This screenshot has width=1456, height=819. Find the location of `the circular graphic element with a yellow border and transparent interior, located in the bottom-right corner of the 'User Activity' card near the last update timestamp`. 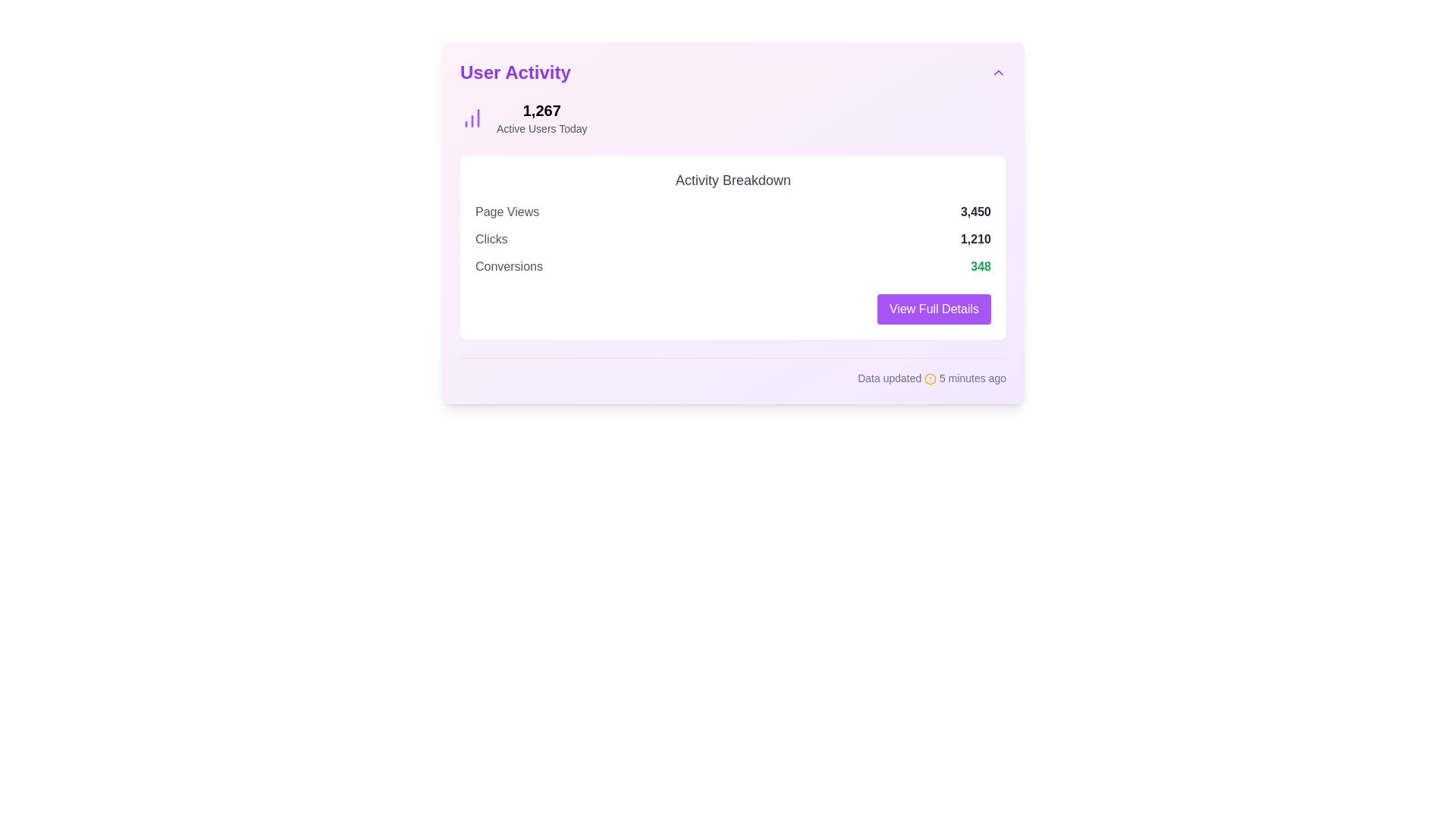

the circular graphic element with a yellow border and transparent interior, located in the bottom-right corner of the 'User Activity' card near the last update timestamp is located at coordinates (930, 378).